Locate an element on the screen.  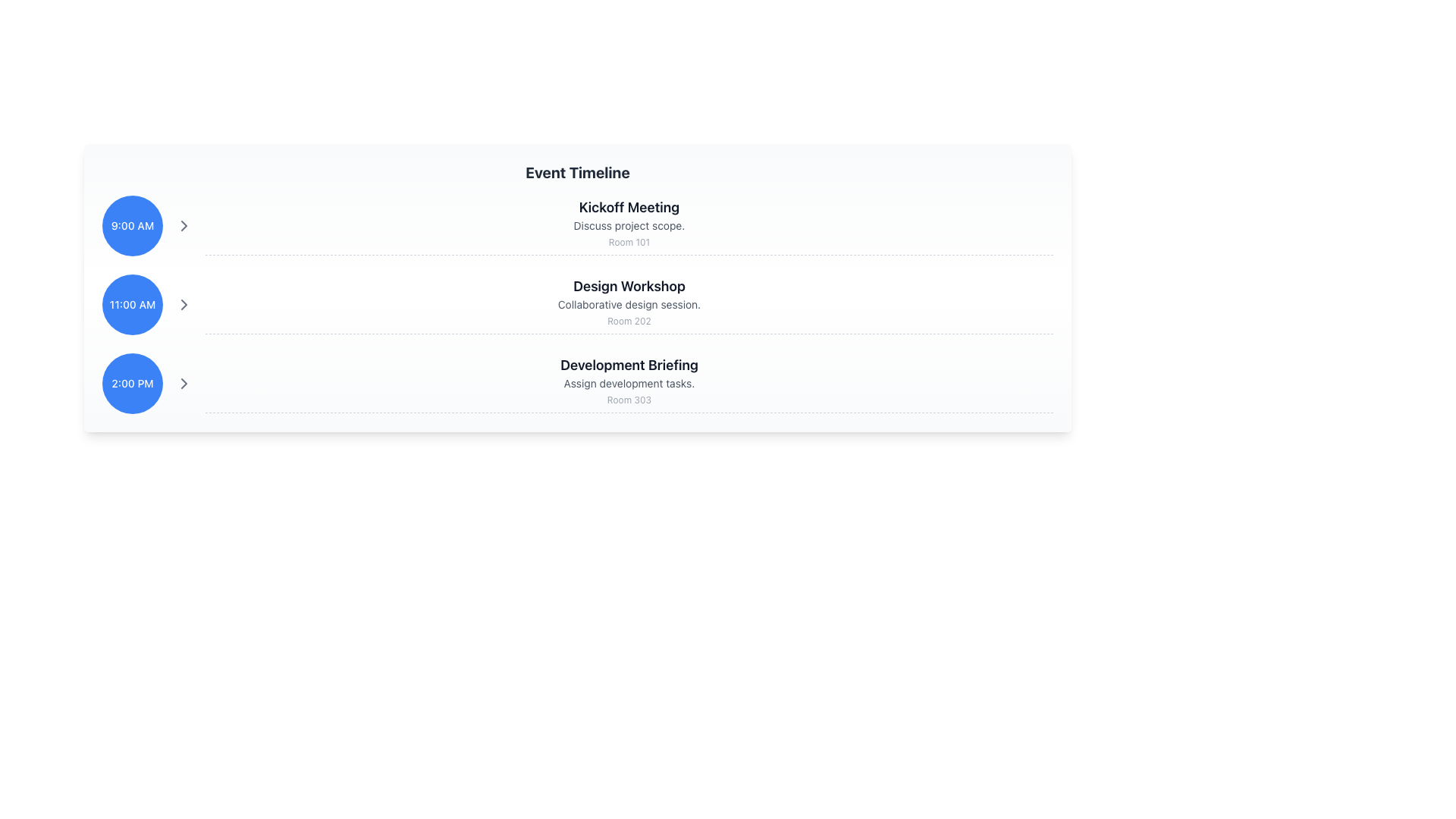
the Text Label that reads 'Discuss project scope.' which is positioned below the heading 'Kickoff Meeting' and above 'Room 101.' is located at coordinates (629, 225).